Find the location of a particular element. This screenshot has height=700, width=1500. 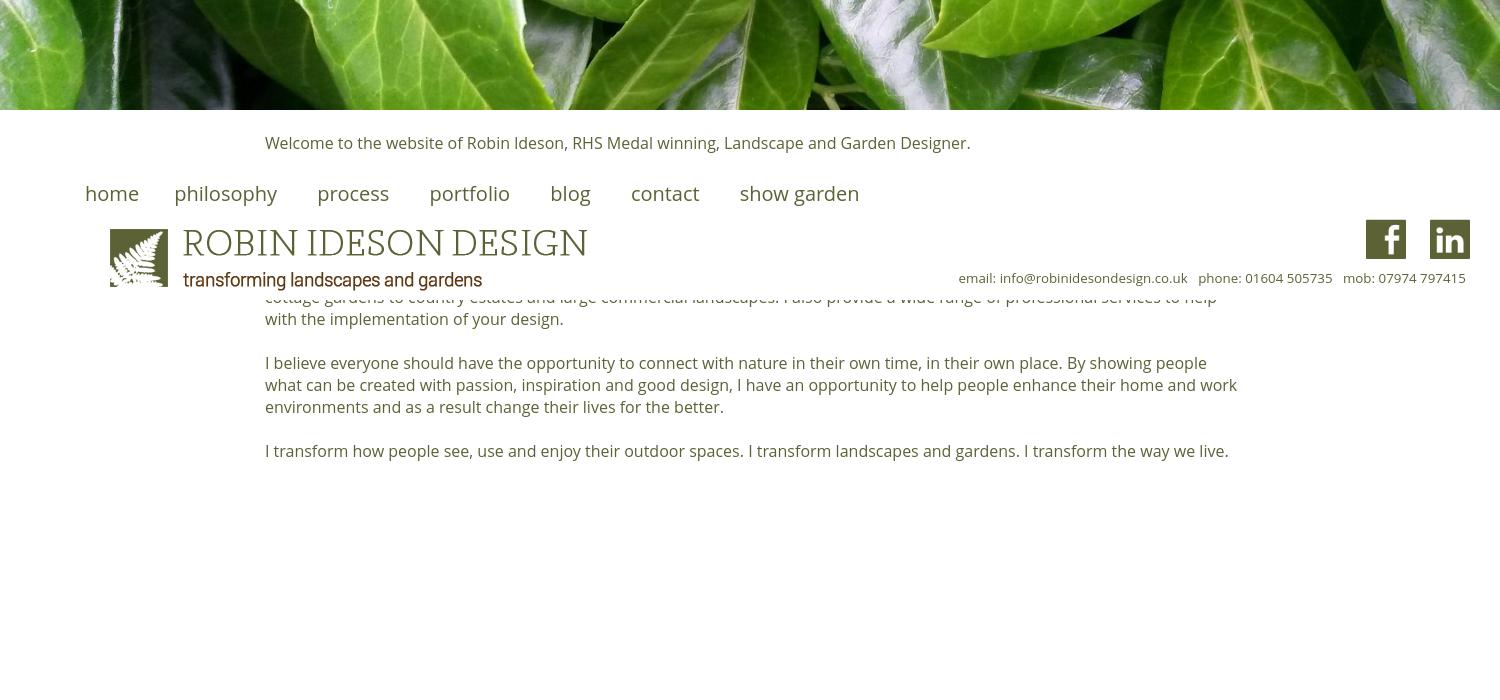

'Welcome to the website of Robin ldeson, RHS Medal winning, Landscape and Garden Designer.' is located at coordinates (616, 143).